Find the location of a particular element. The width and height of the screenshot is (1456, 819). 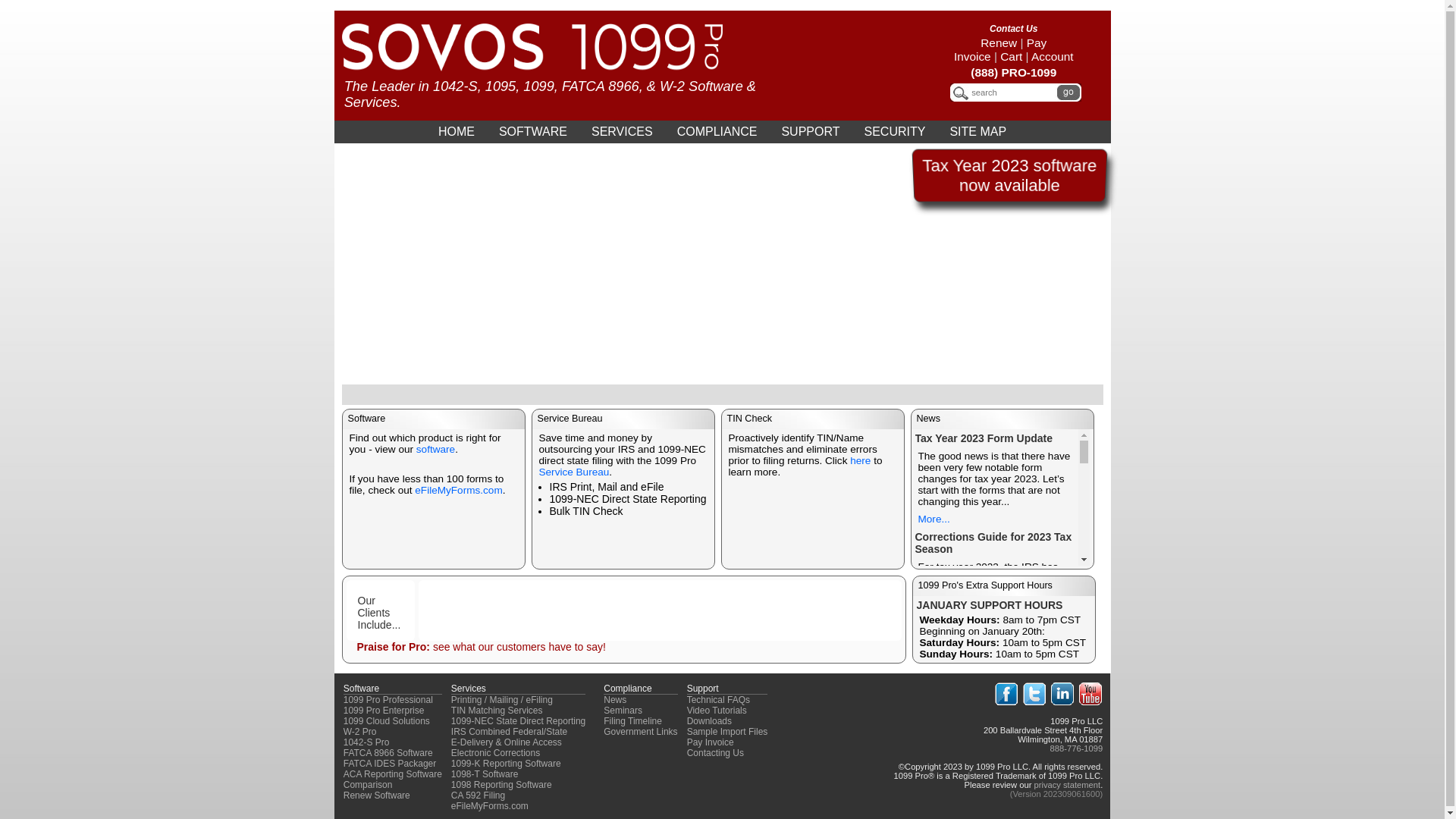

'FATCA 8966 Software' is located at coordinates (388, 752).